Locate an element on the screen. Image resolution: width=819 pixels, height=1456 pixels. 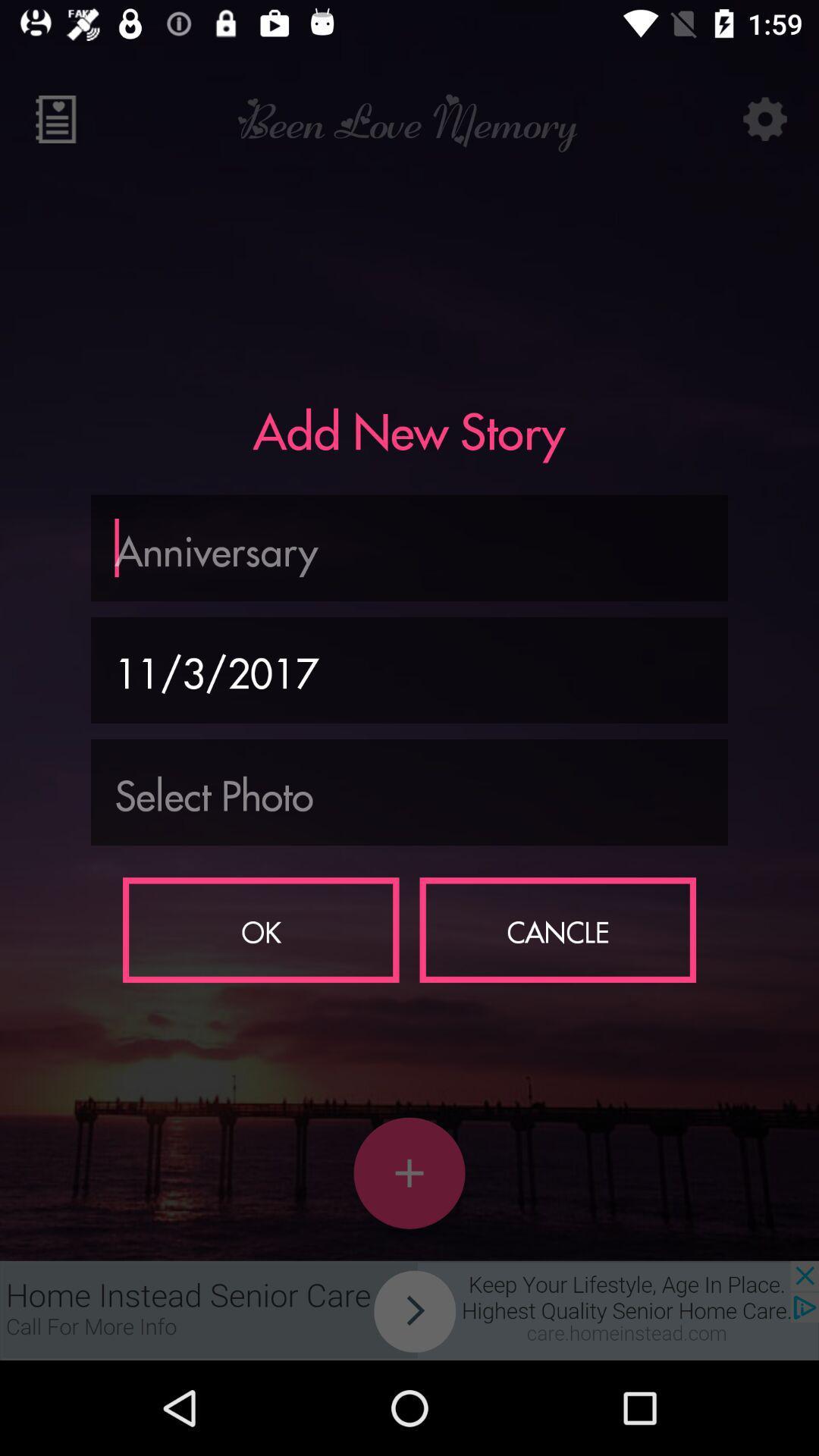
the cancle icon is located at coordinates (557, 929).